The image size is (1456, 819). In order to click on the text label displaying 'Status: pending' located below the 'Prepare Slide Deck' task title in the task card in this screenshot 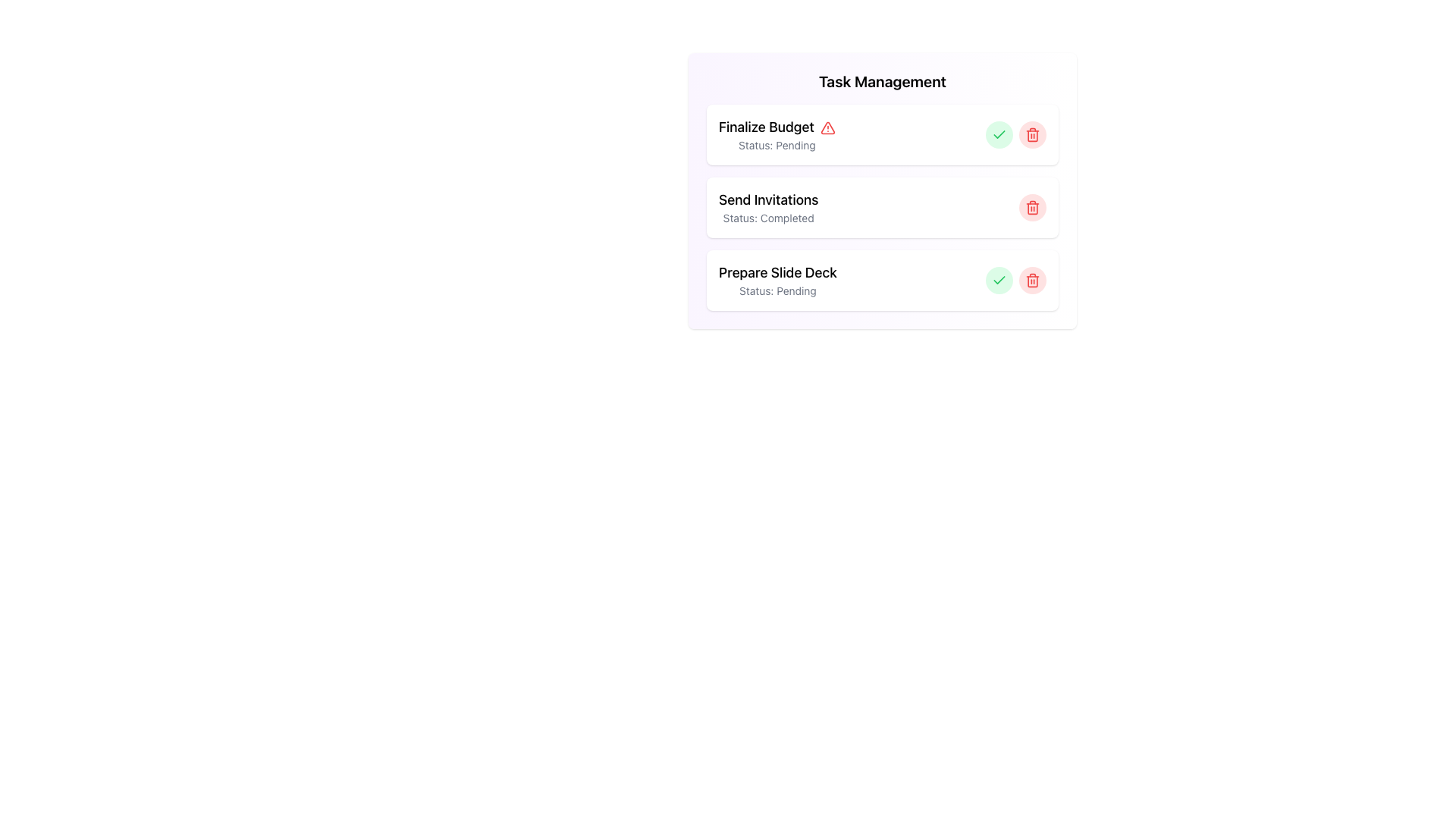, I will do `click(777, 291)`.